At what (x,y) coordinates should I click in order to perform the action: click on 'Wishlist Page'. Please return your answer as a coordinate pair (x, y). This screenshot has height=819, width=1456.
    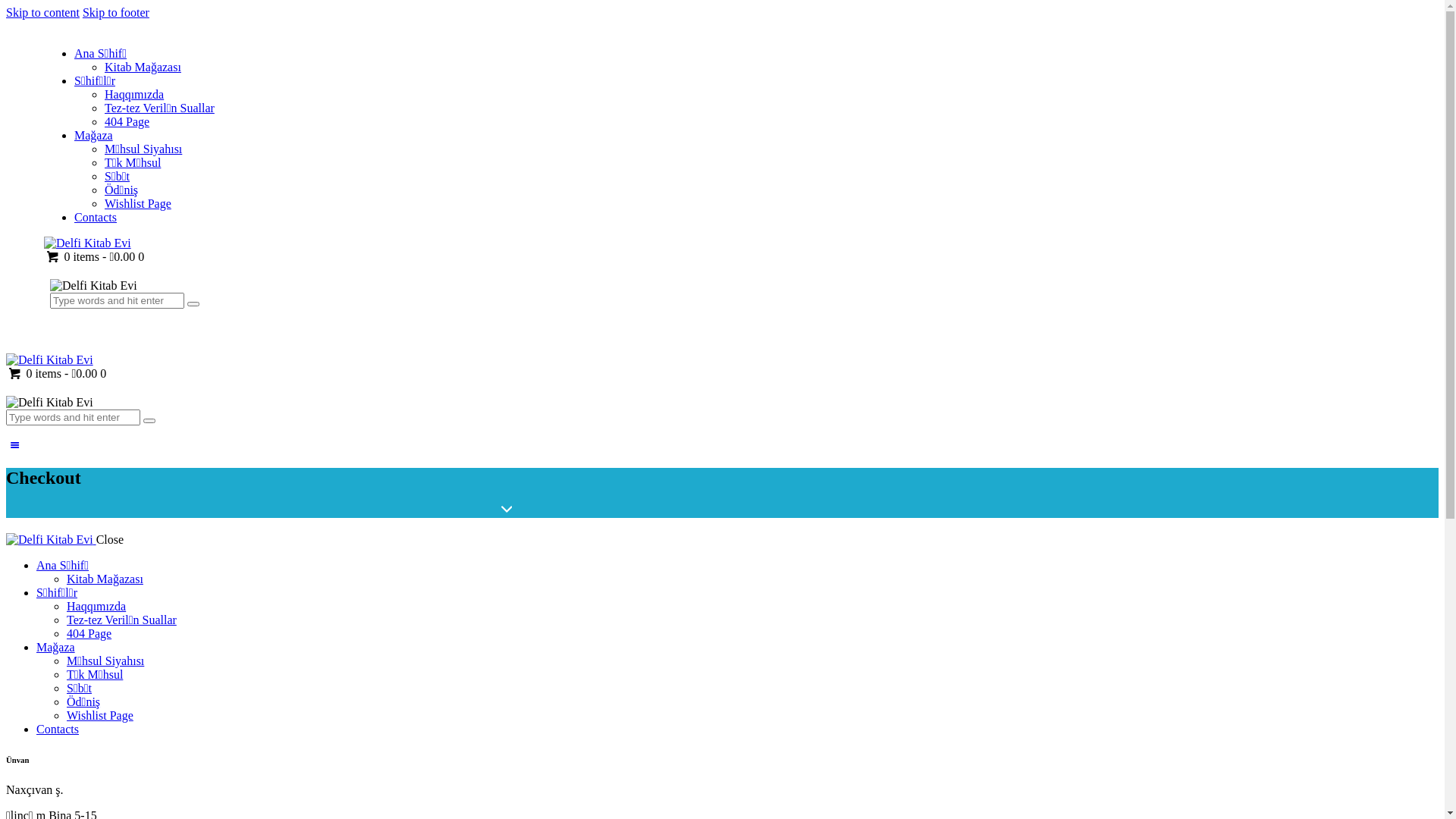
    Looking at the image, I should click on (99, 715).